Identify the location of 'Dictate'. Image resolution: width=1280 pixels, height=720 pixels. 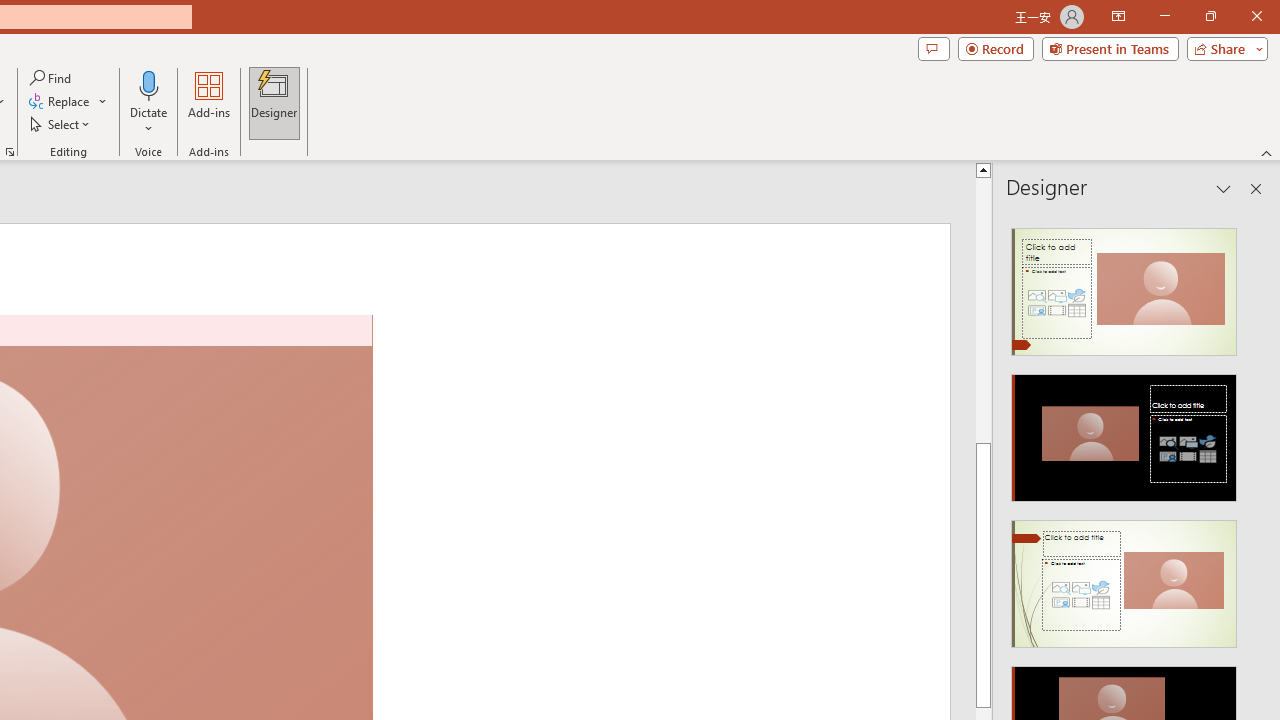
(148, 103).